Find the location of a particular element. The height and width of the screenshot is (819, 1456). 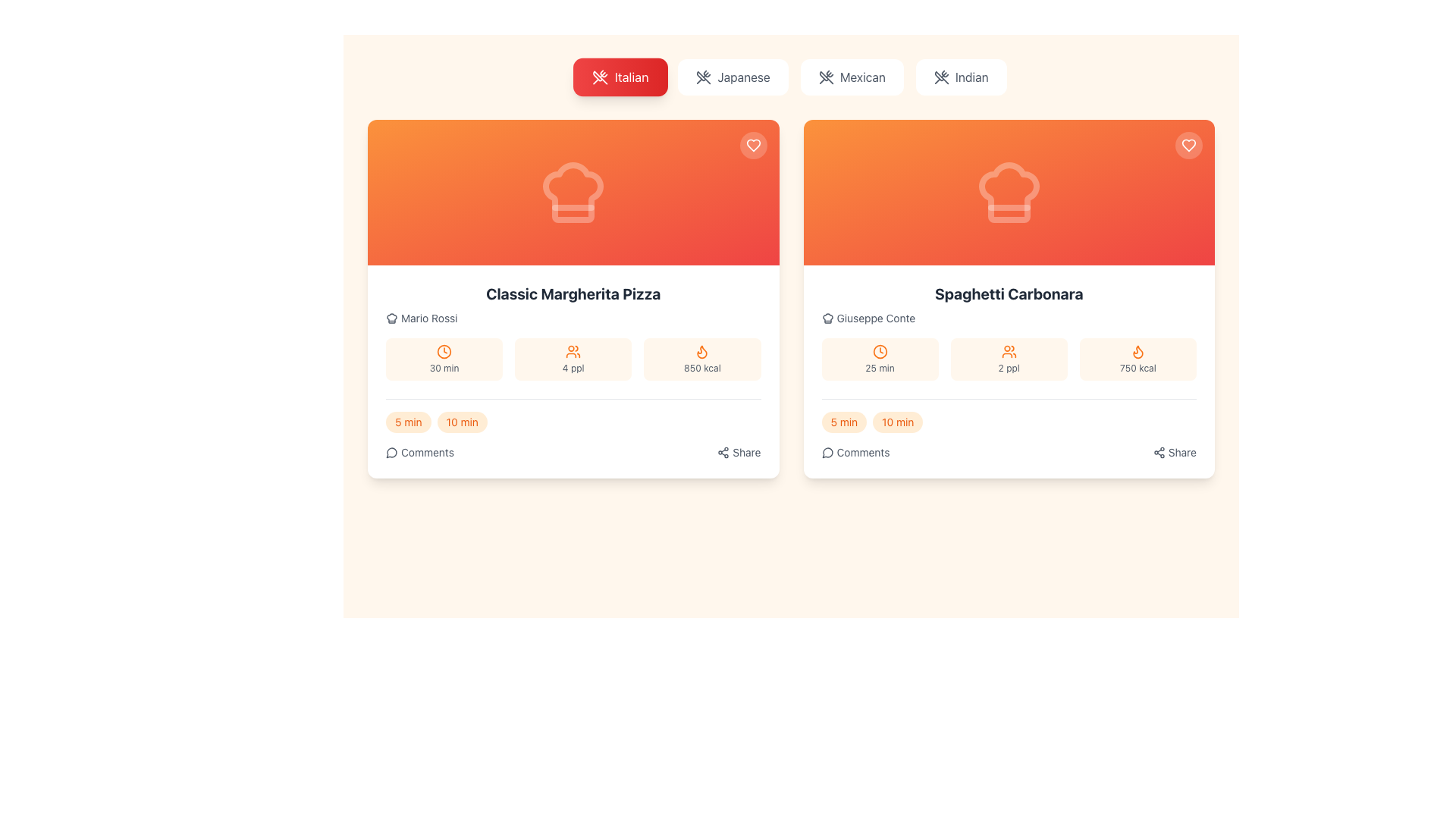

the 'Comments' button, which features a speech bubble icon and the text 'Comments' in gray, located at the bottom-left corner of the 'Classic Margherita Pizza' card is located at coordinates (419, 452).